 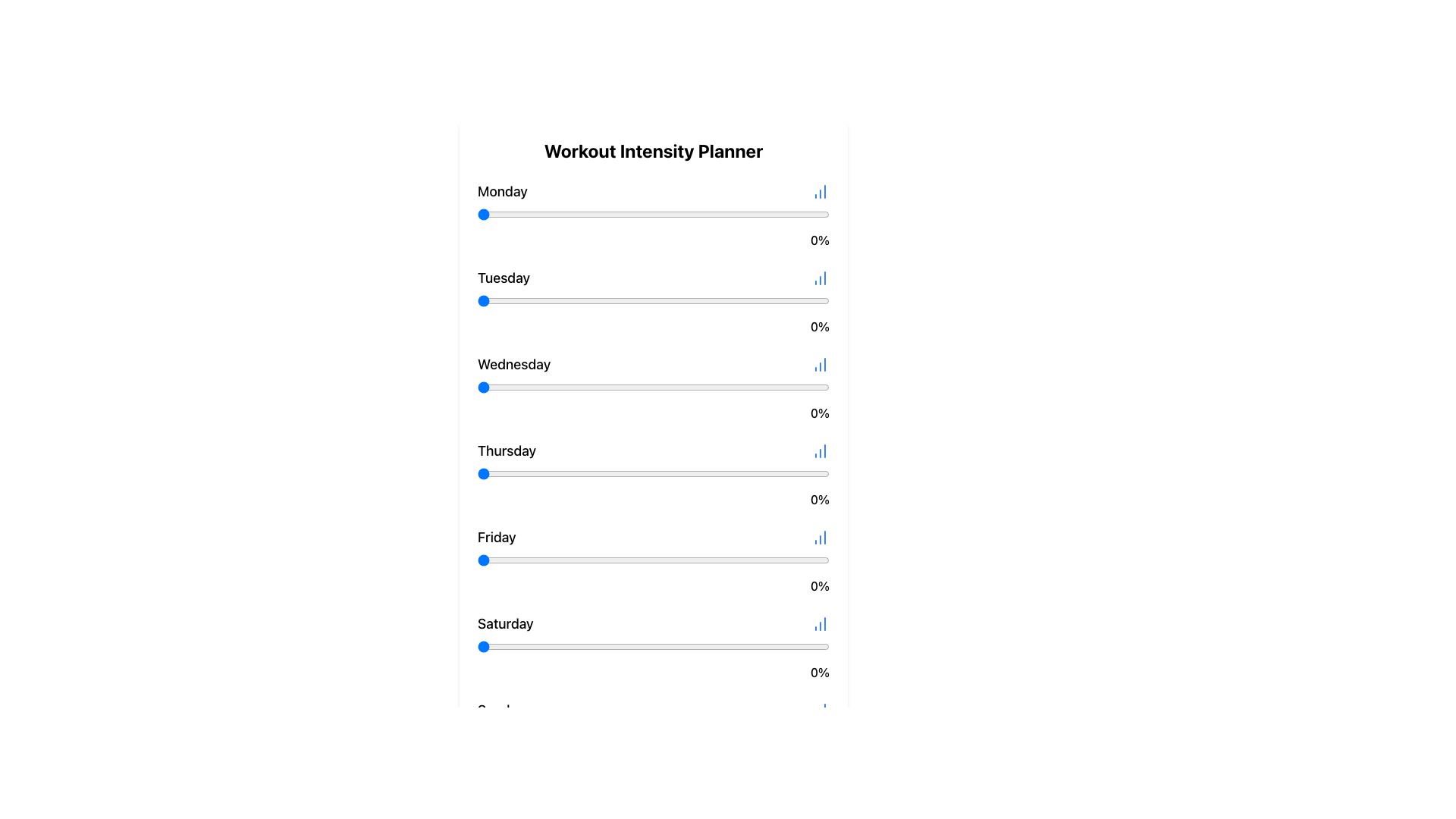 What do you see at coordinates (554, 472) in the screenshot?
I see `the Thursday intensity` at bounding box center [554, 472].